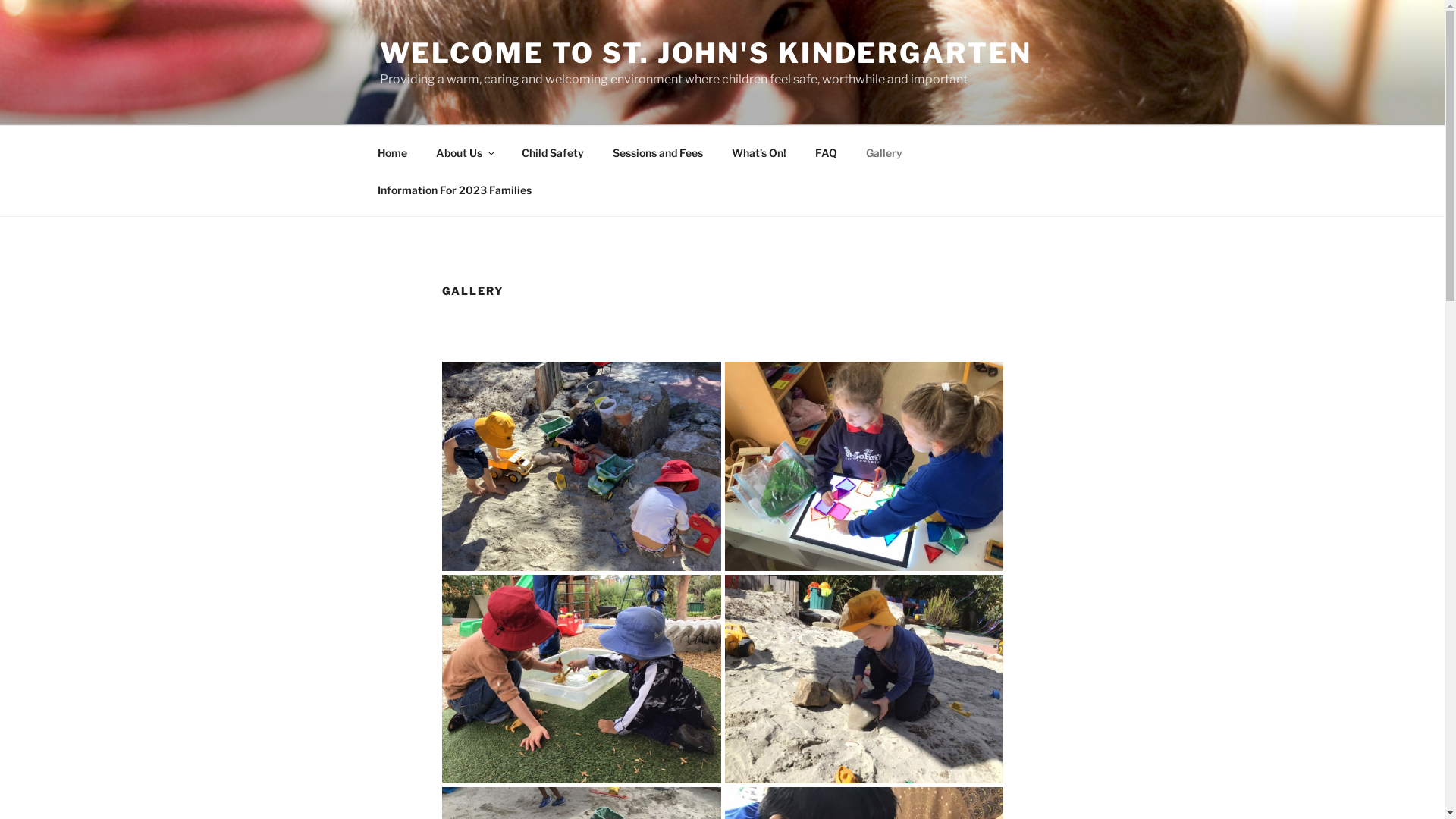 This screenshot has height=819, width=1456. What do you see at coordinates (657, 152) in the screenshot?
I see `'Sessions and Fees'` at bounding box center [657, 152].